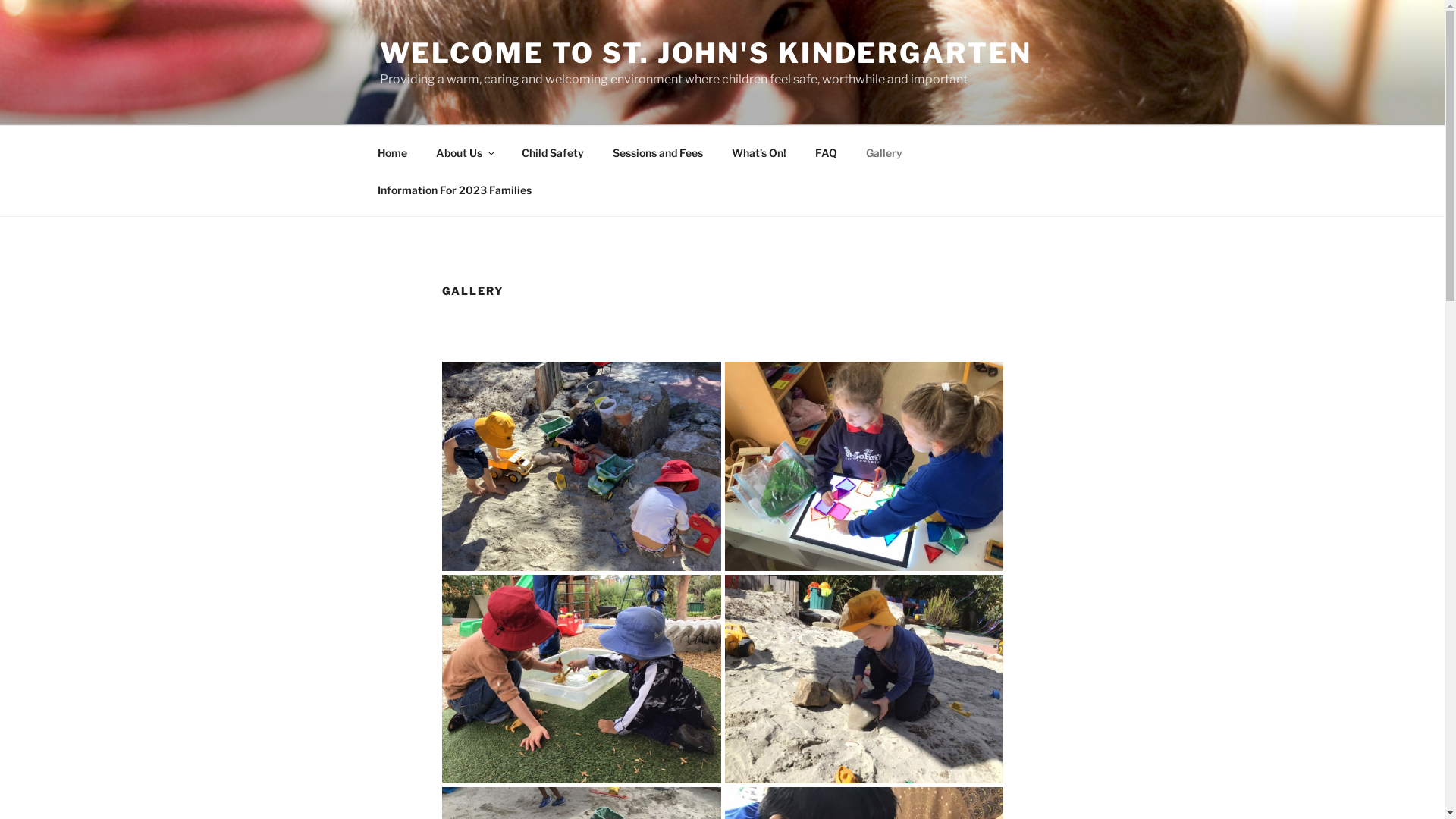 This screenshot has height=819, width=1456. What do you see at coordinates (657, 152) in the screenshot?
I see `'Sessions and Fees'` at bounding box center [657, 152].